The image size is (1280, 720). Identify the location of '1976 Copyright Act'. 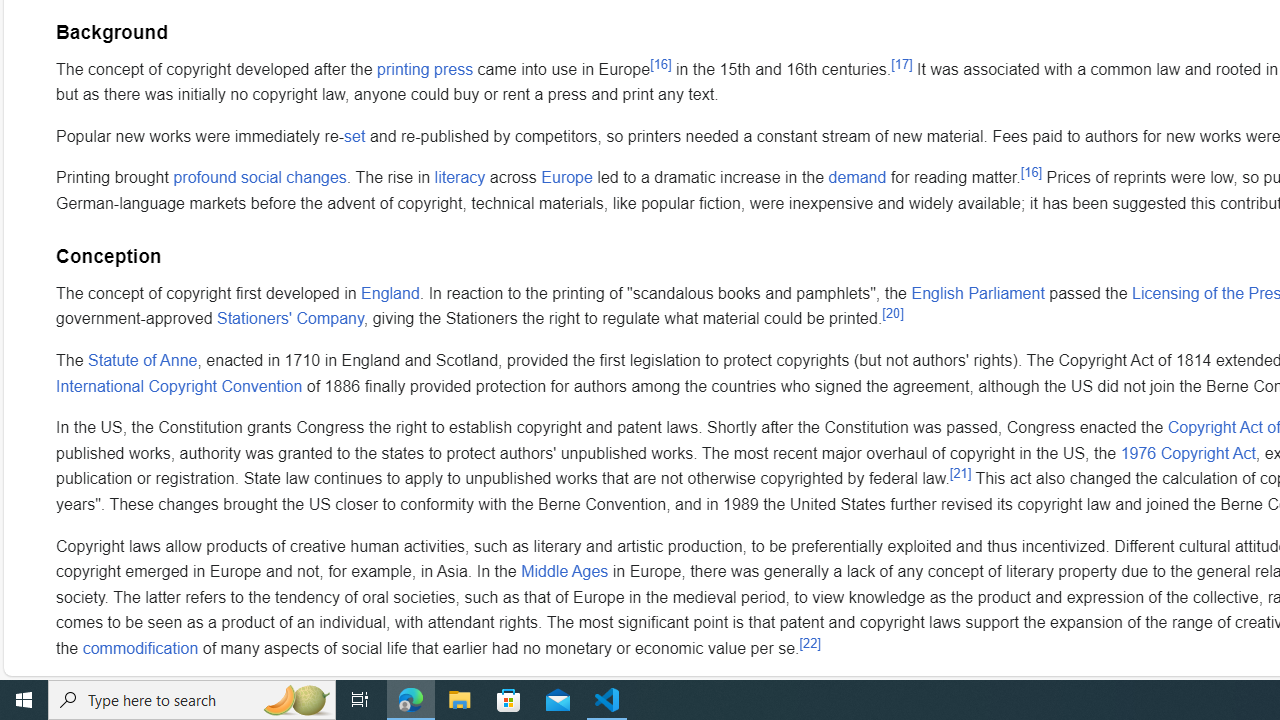
(1187, 453).